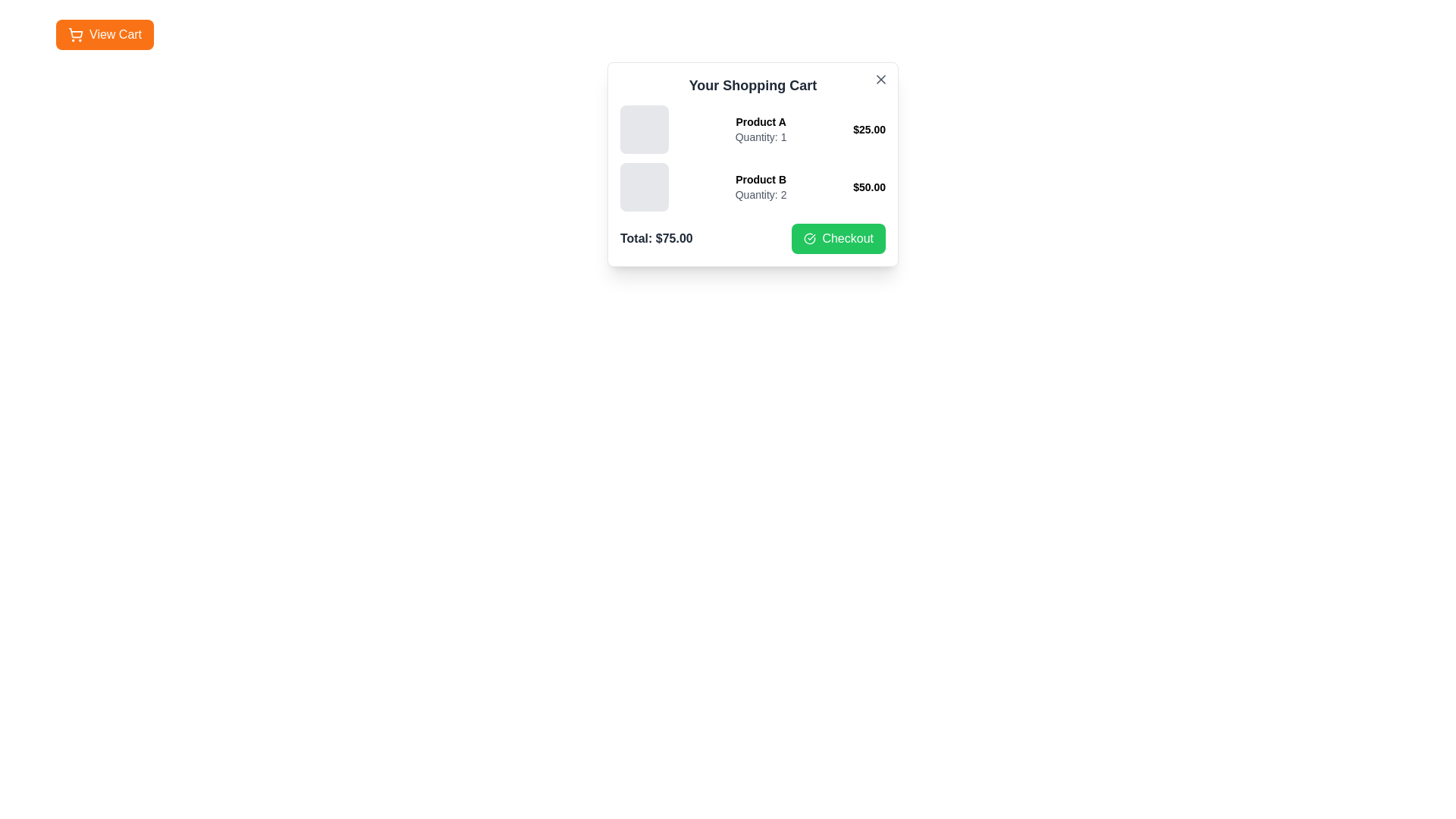  What do you see at coordinates (880, 79) in the screenshot?
I see `the small diagonal line segment of the 'X' icon in the upper-right corner of the shopping cart modal` at bounding box center [880, 79].